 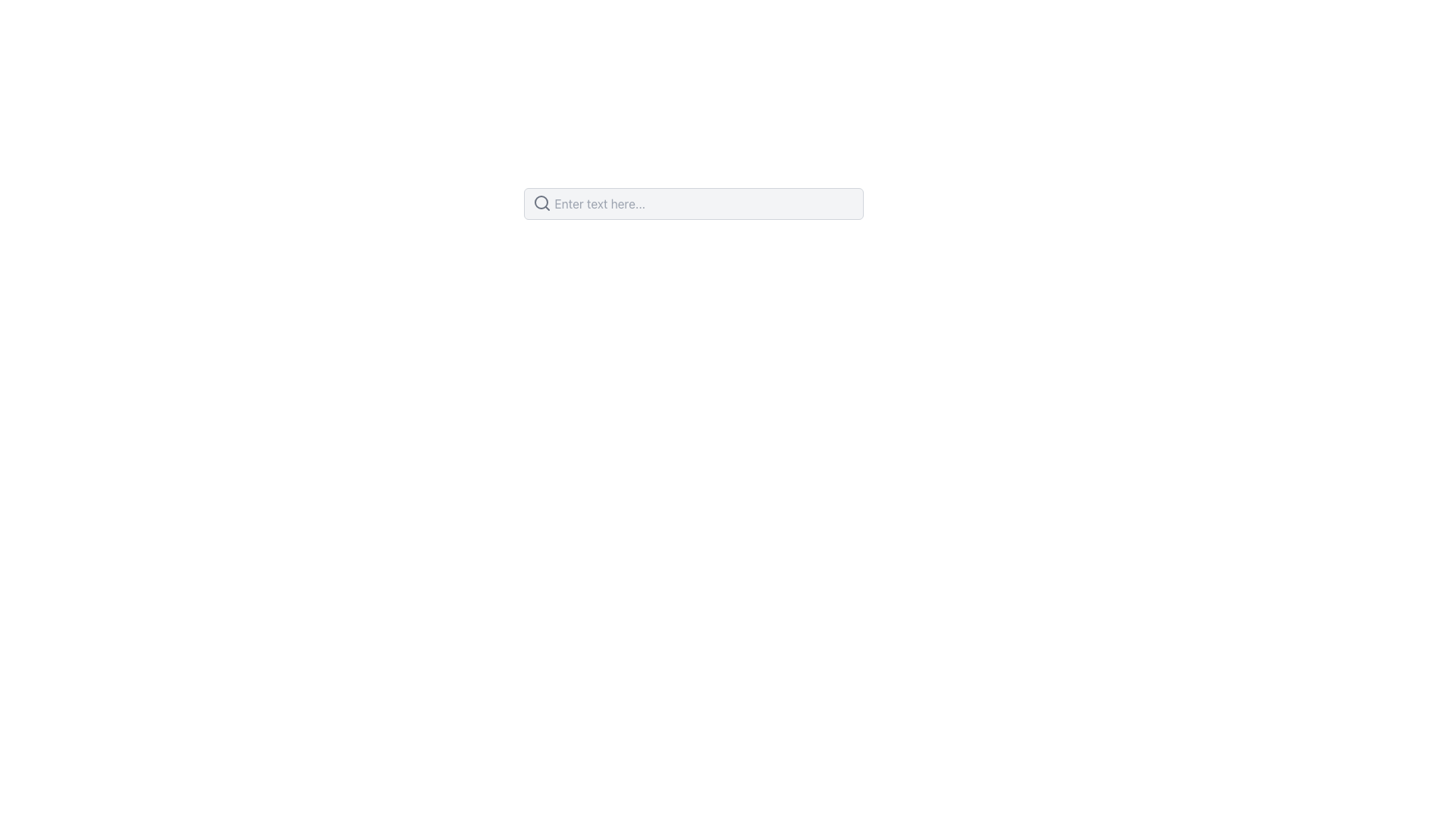 What do you see at coordinates (541, 202) in the screenshot?
I see `the search icon represented by a magnifying glass, which is located at the far left inside a text input field` at bounding box center [541, 202].